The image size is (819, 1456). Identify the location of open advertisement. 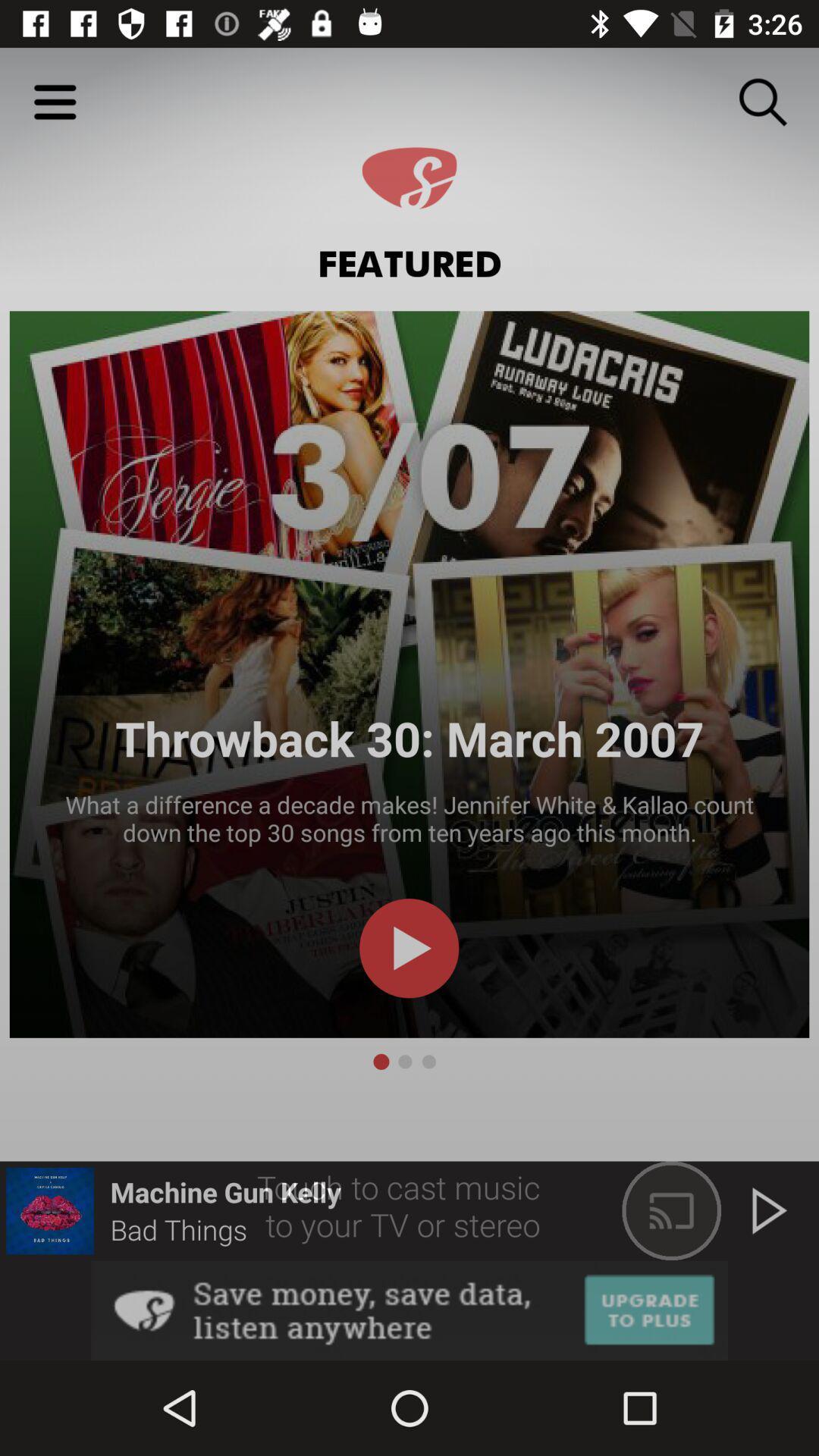
(409, 1310).